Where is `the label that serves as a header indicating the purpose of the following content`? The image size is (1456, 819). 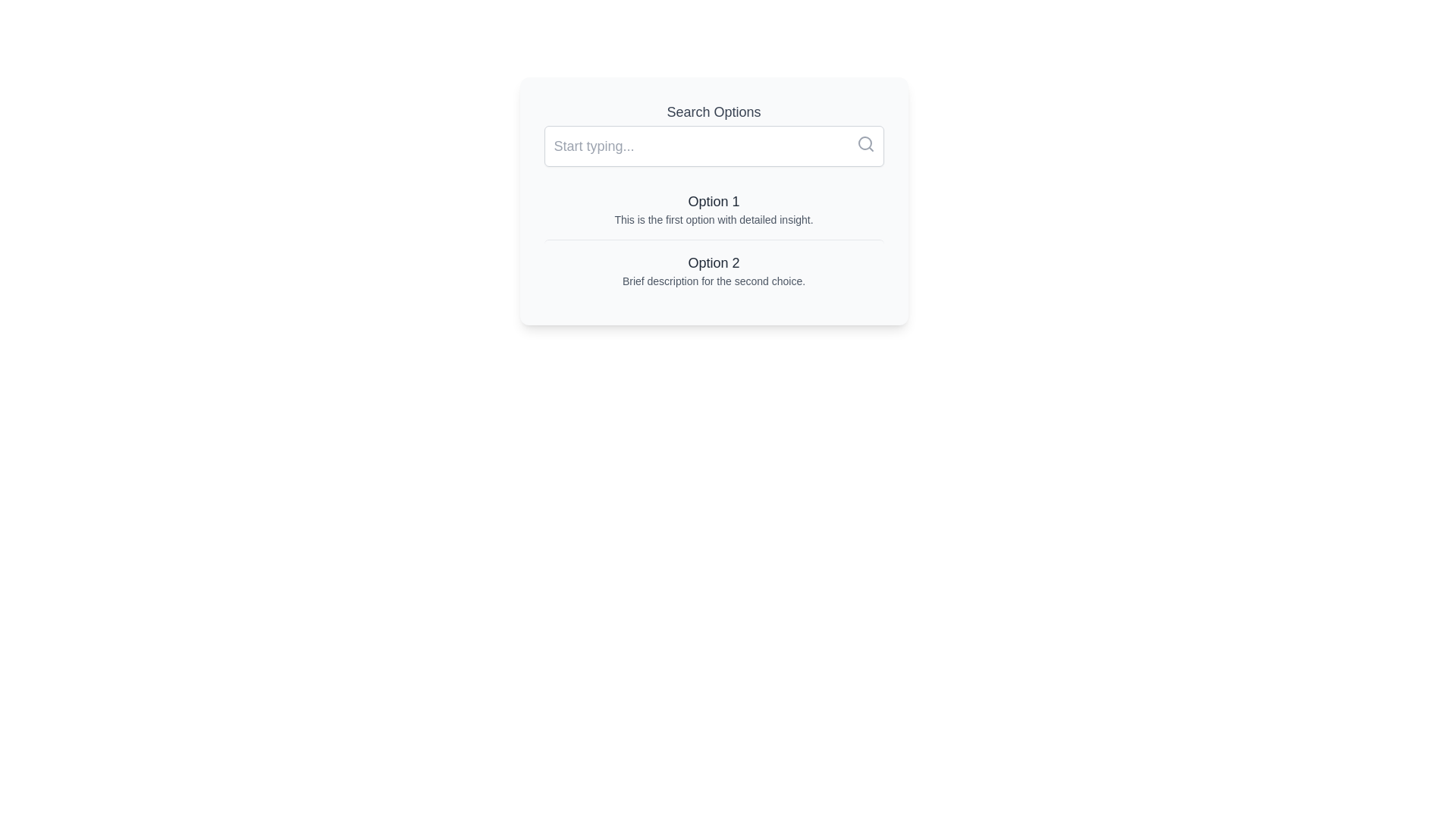
the label that serves as a header indicating the purpose of the following content is located at coordinates (713, 111).